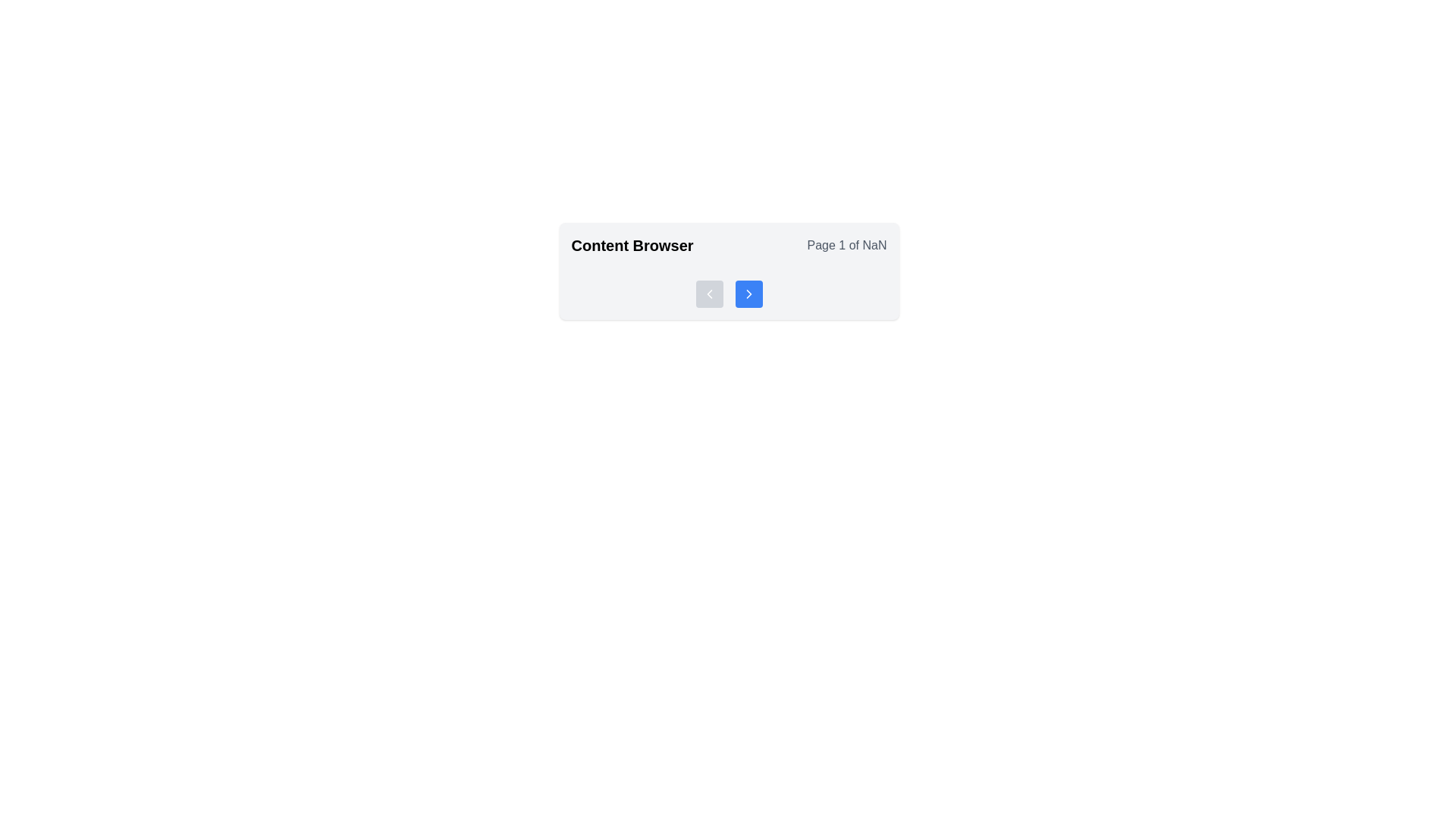  Describe the element at coordinates (748, 294) in the screenshot. I see `the right-side navigation button in the navigation bar` at that location.